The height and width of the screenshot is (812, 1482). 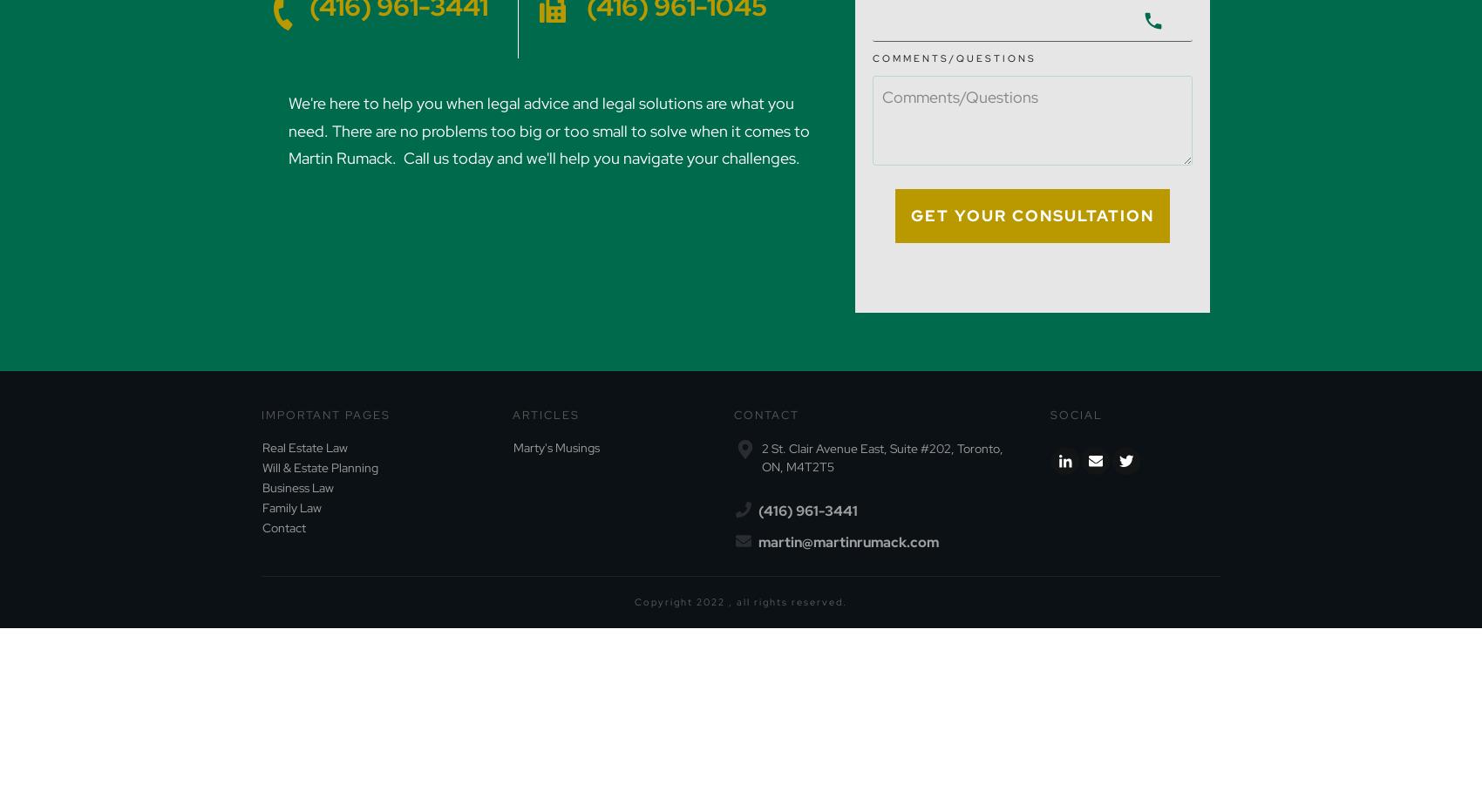 What do you see at coordinates (304, 446) in the screenshot?
I see `'Real Estate Law'` at bounding box center [304, 446].